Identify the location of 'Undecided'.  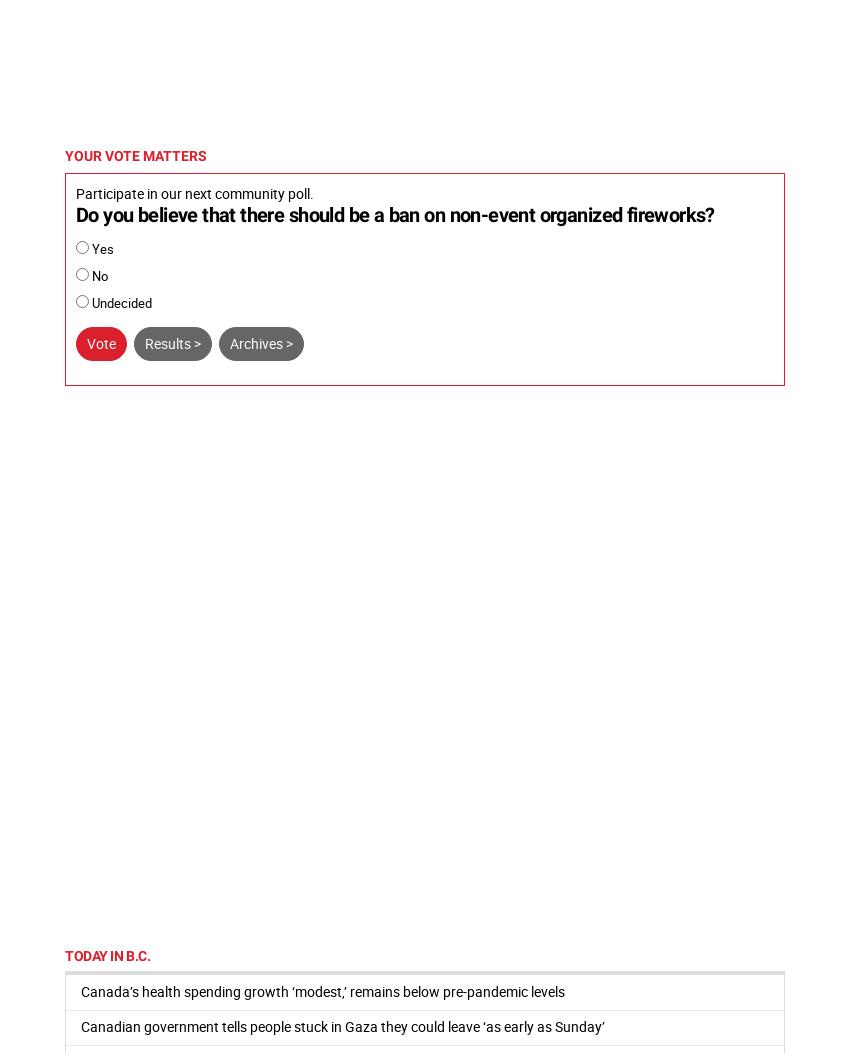
(87, 303).